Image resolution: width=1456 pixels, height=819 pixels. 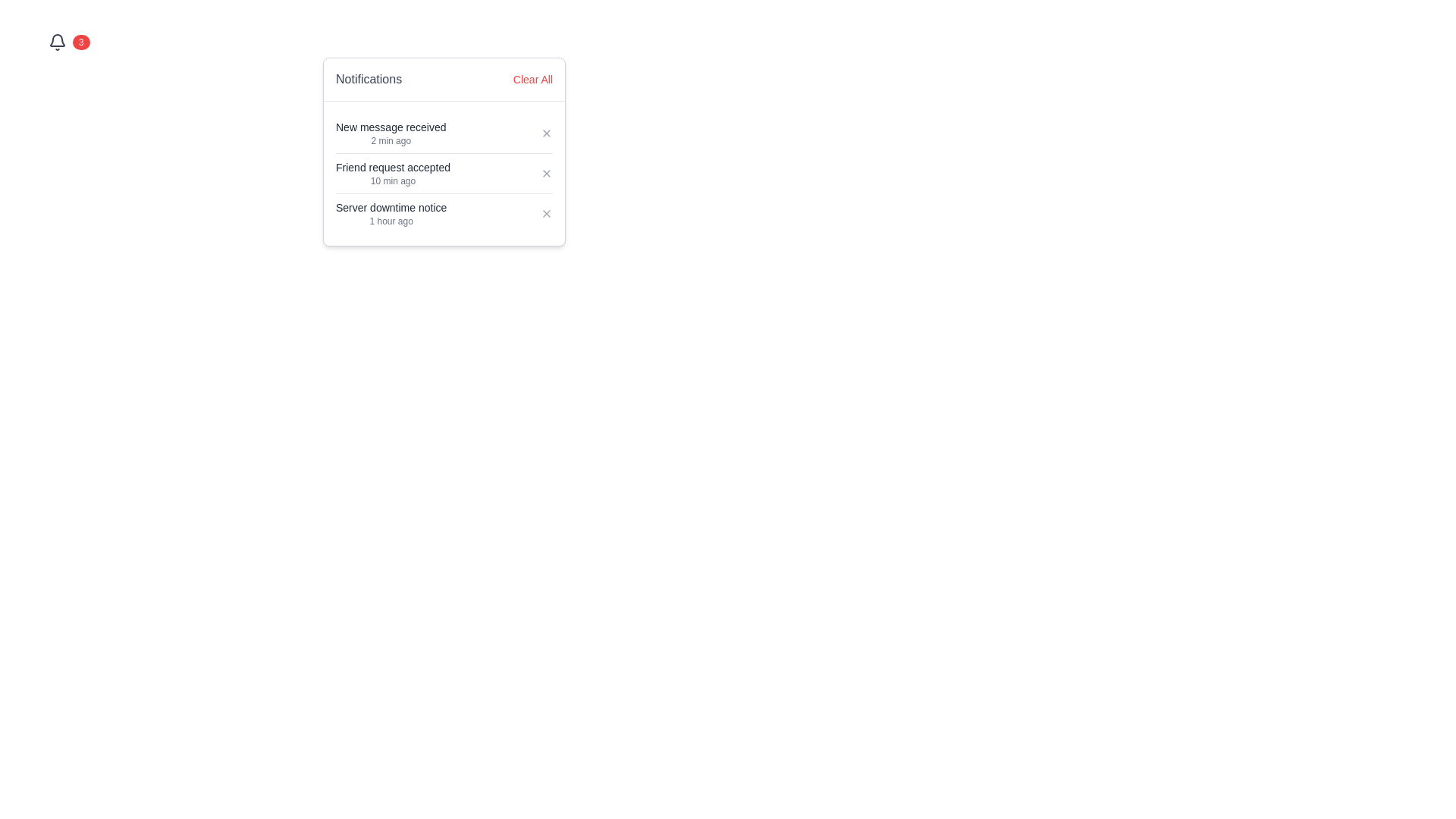 What do you see at coordinates (393, 180) in the screenshot?
I see `the text label displaying '10 min ago', which is located below the 'Friend request accepted' notification` at bounding box center [393, 180].